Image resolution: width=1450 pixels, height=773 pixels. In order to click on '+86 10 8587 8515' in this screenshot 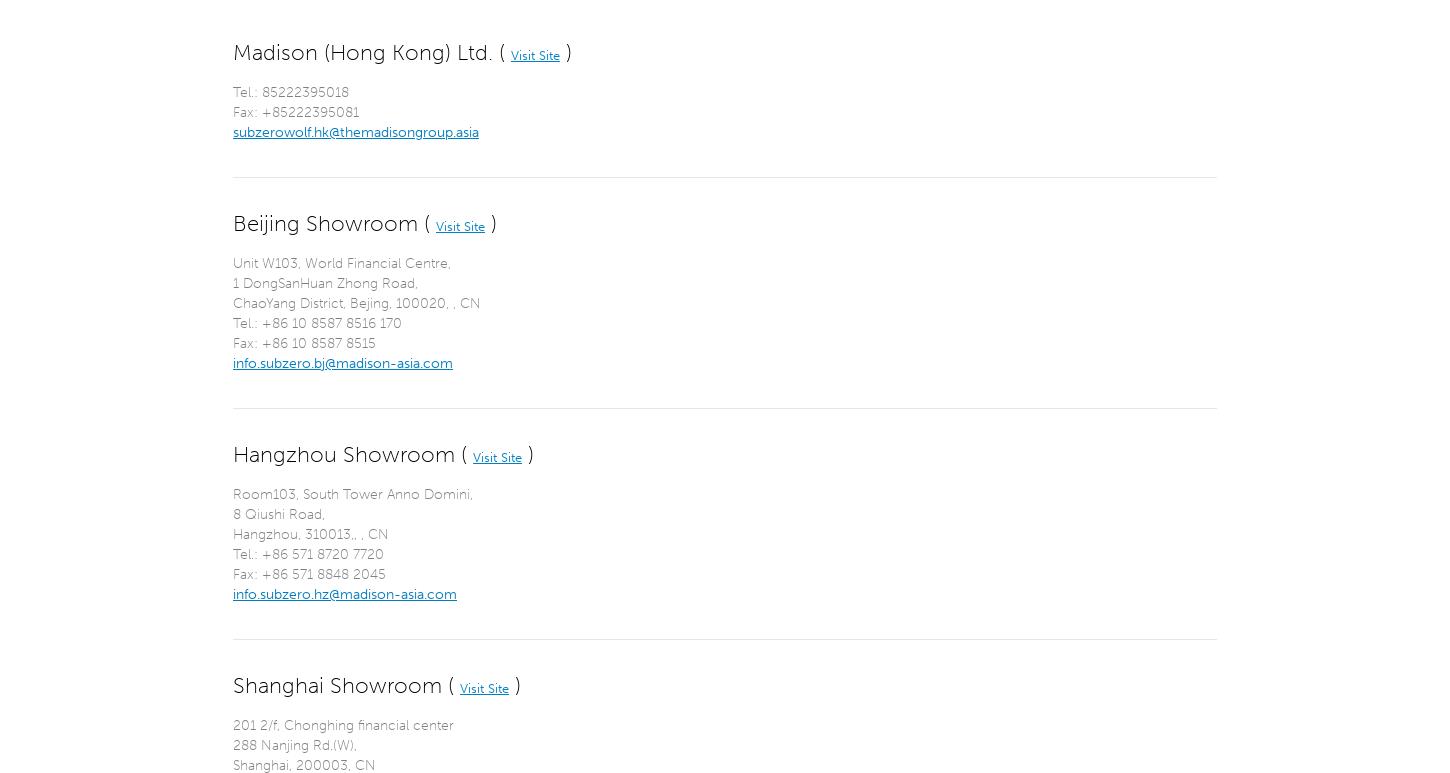, I will do `click(319, 342)`.